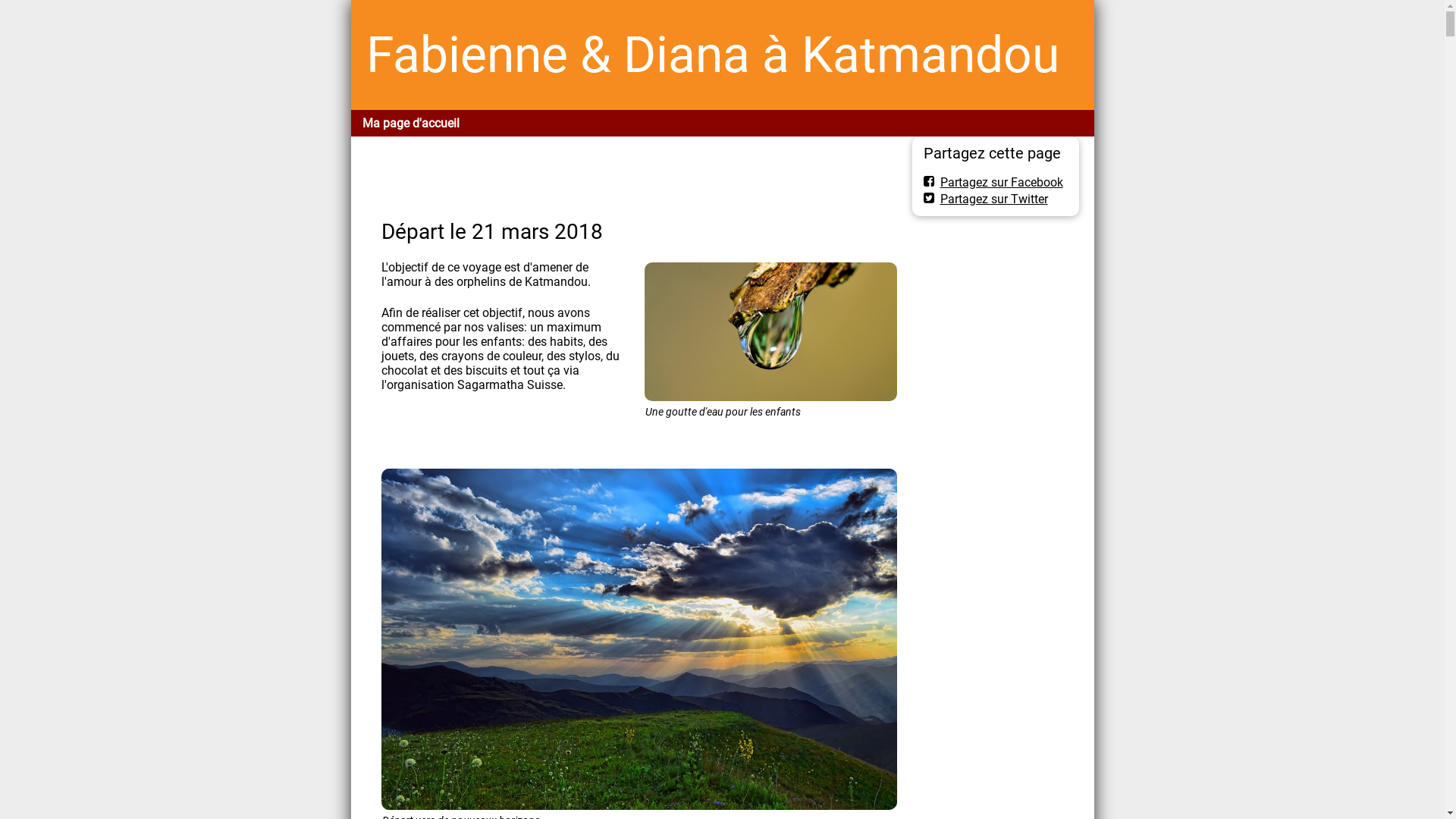  Describe the element at coordinates (770, 331) in the screenshot. I see `'Une goutte d'eau pour les enfants'` at that location.